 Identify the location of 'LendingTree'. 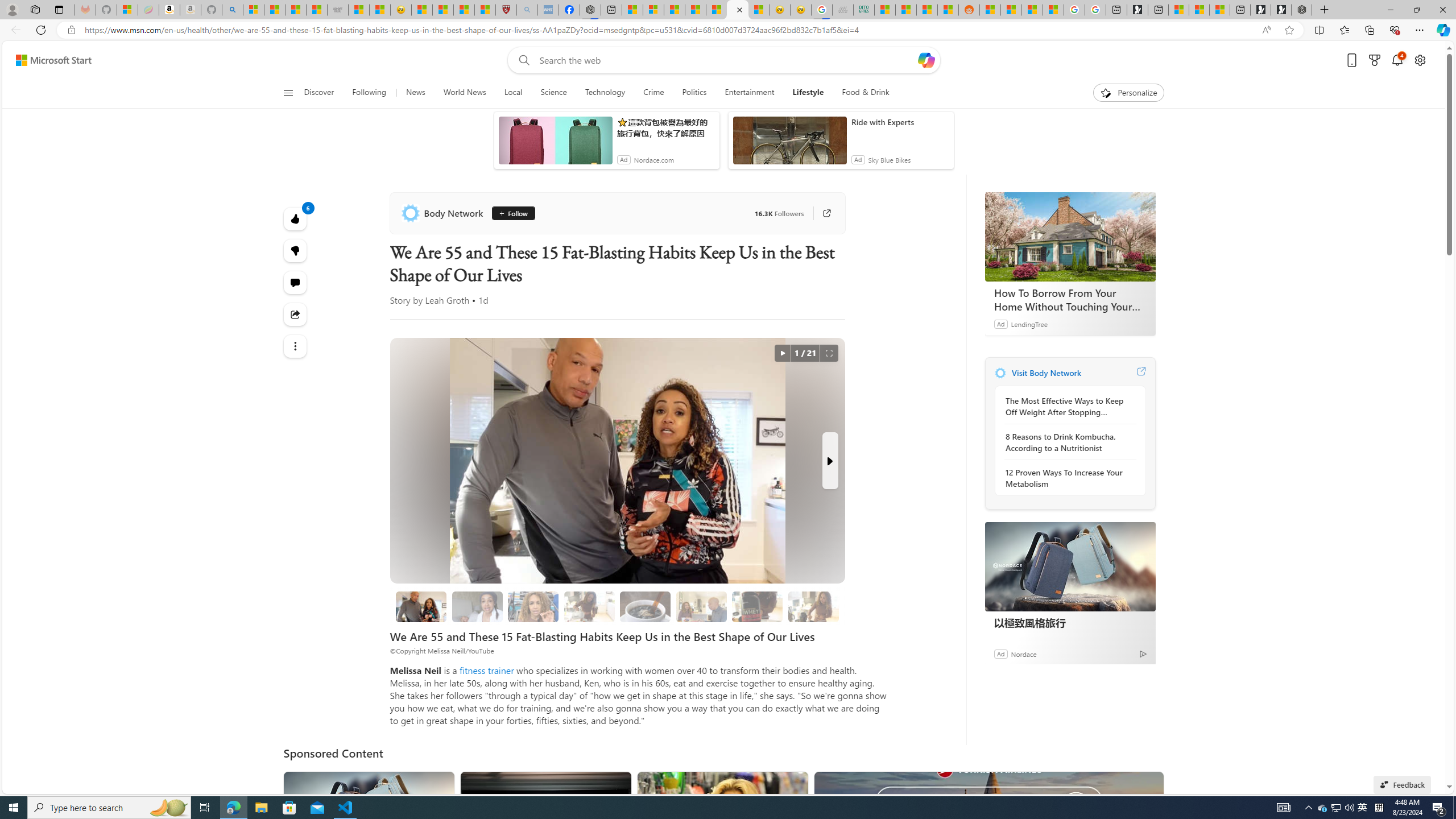
(1029, 323).